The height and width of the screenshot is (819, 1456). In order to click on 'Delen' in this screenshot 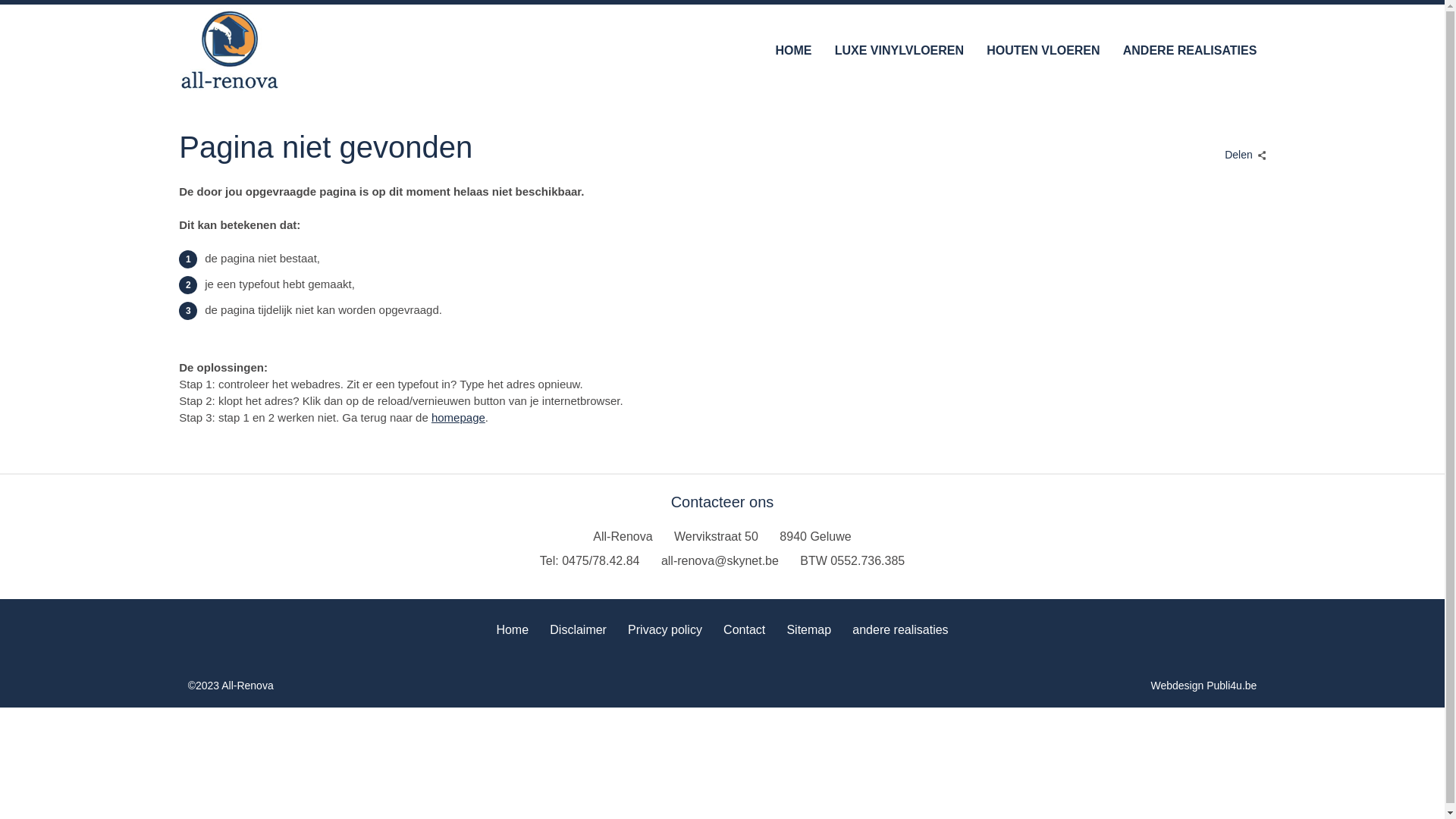, I will do `click(1241, 150)`.